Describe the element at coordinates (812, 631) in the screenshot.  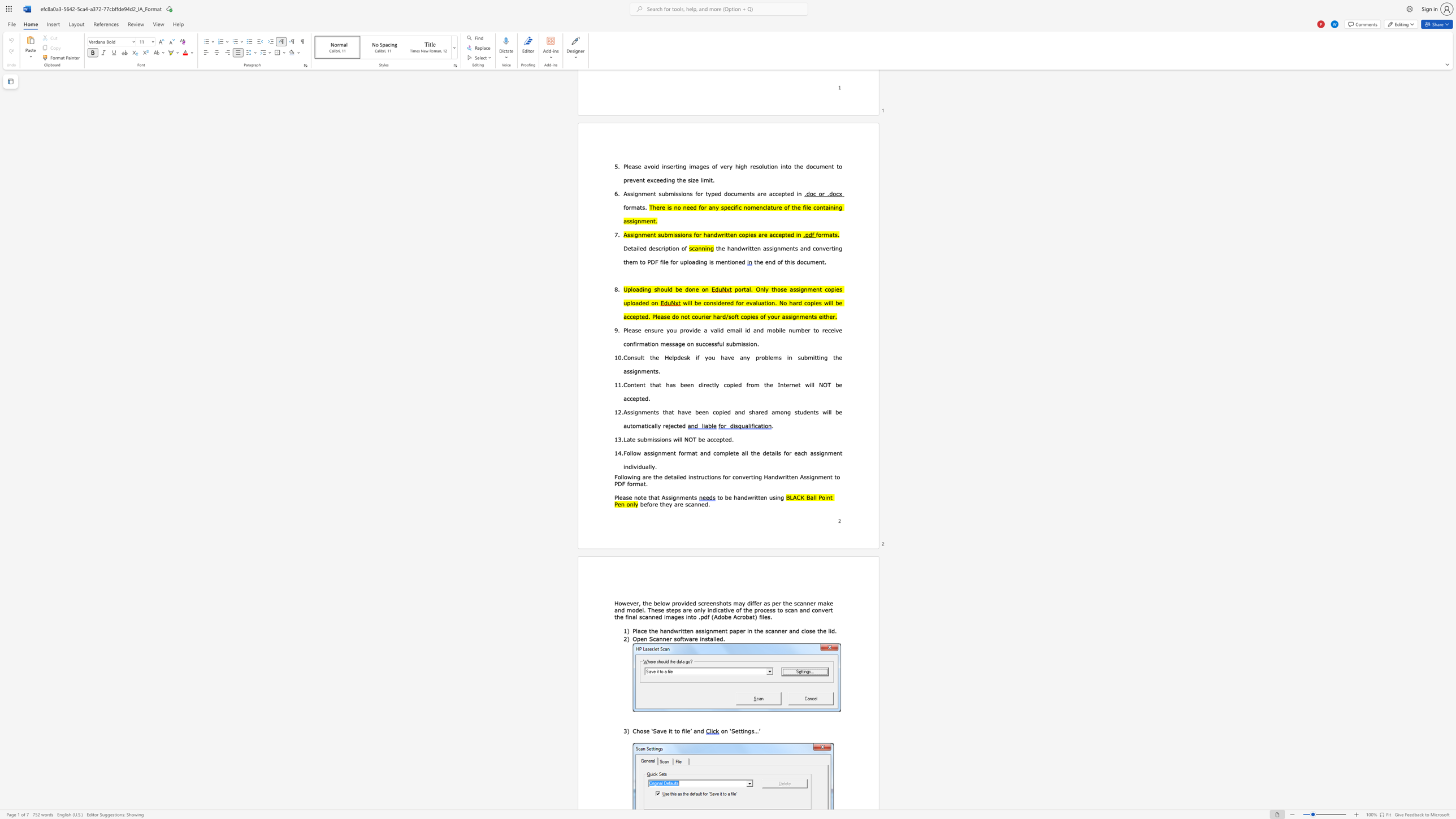
I see `the subset text "e t" within the text "Place the handwritten assignment paper in the scanner and close the lid."` at that location.